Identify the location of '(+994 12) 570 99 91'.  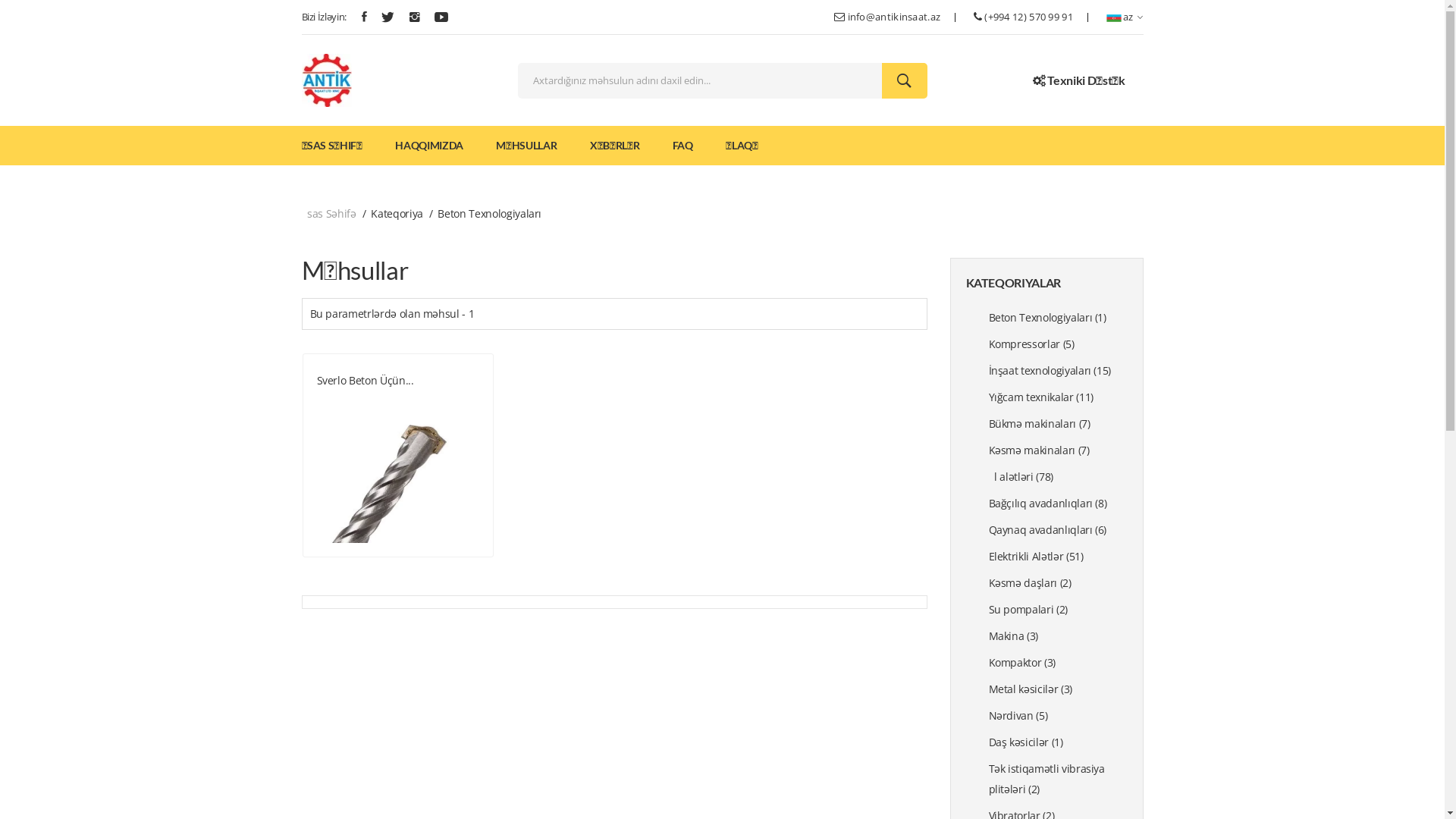
(1028, 17).